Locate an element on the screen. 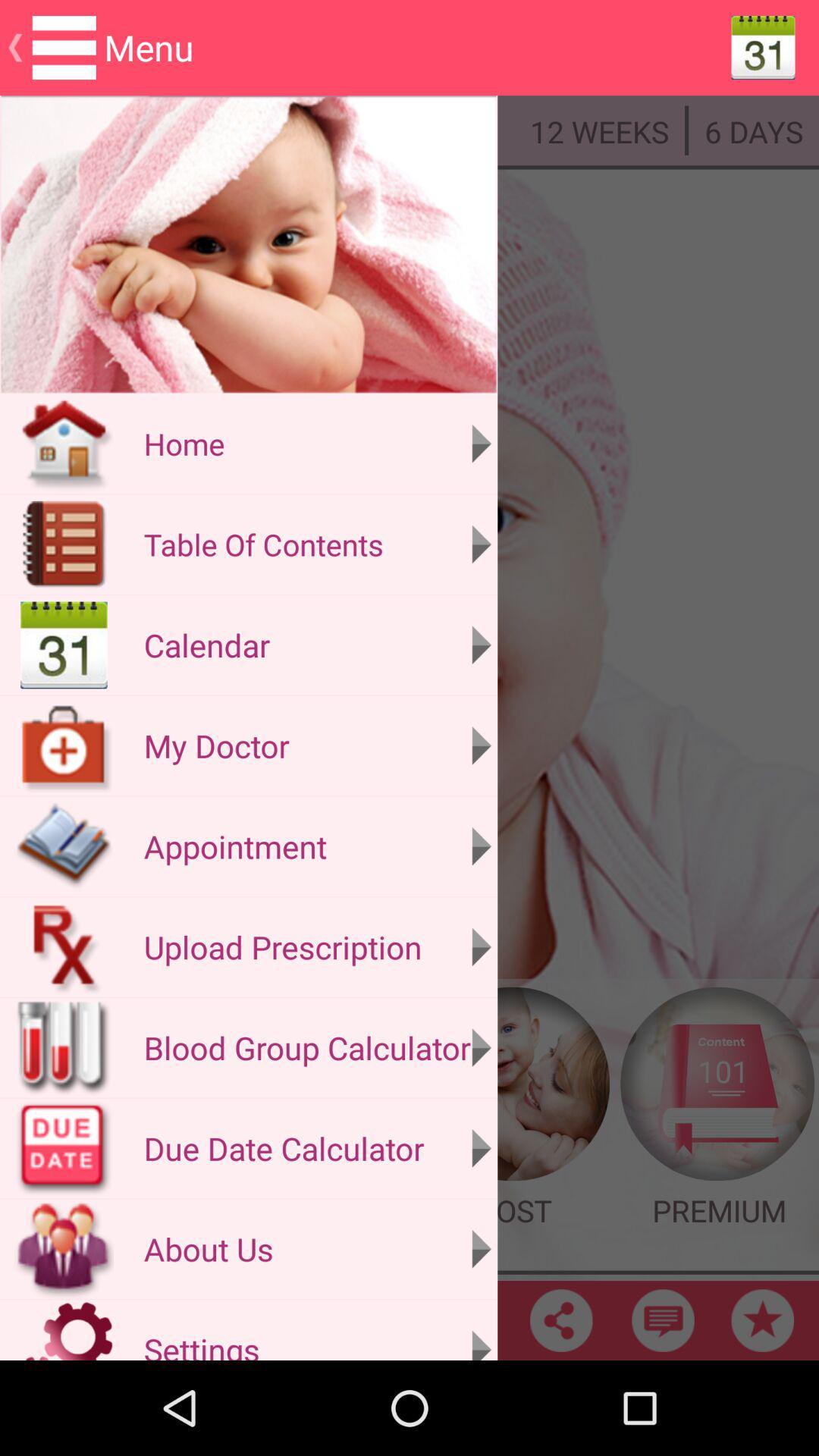 This screenshot has height=1456, width=819. the chat icon is located at coordinates (662, 1412).